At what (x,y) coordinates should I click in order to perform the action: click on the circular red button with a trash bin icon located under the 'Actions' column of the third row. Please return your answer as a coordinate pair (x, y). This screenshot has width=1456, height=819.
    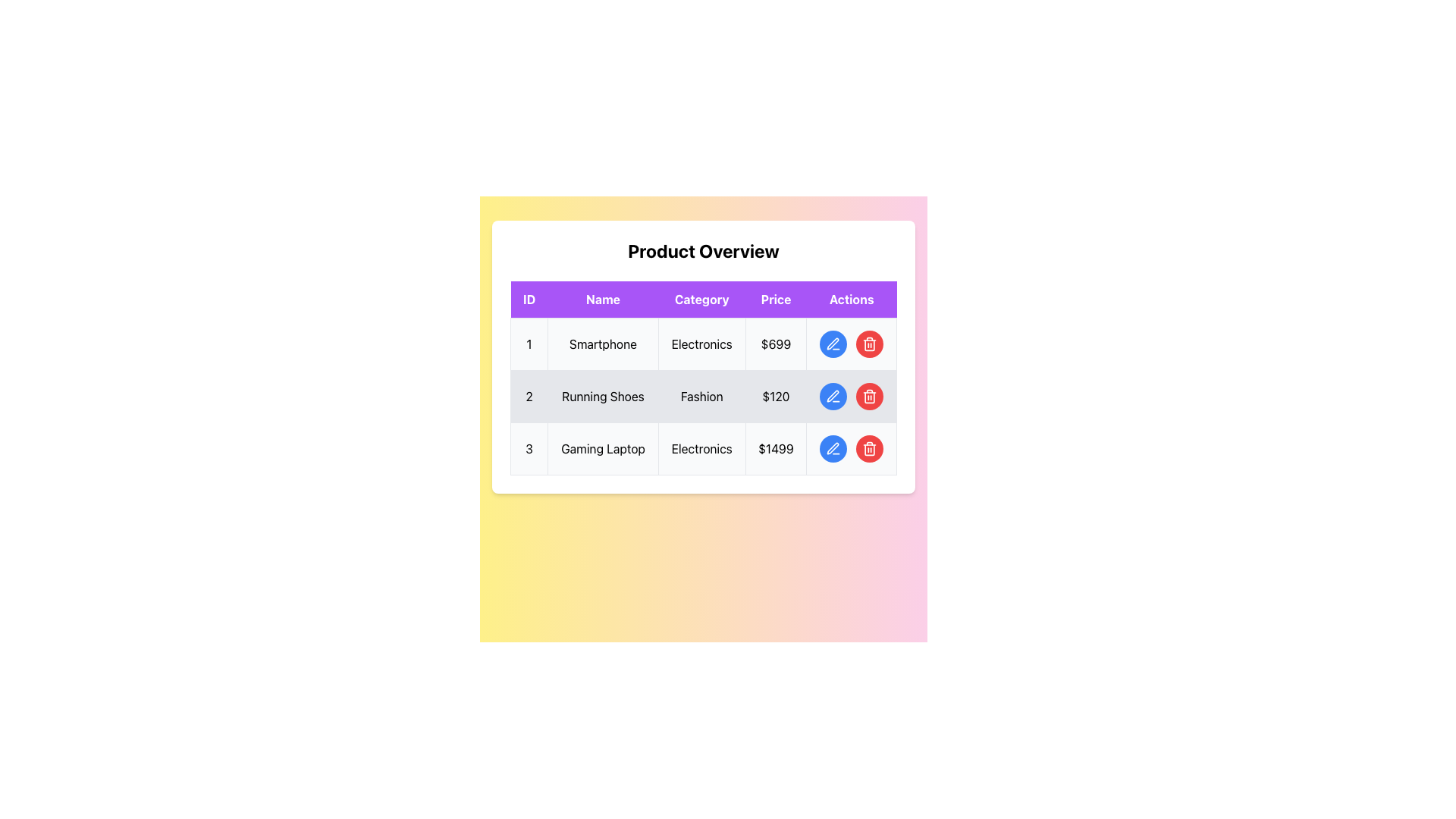
    Looking at the image, I should click on (870, 447).